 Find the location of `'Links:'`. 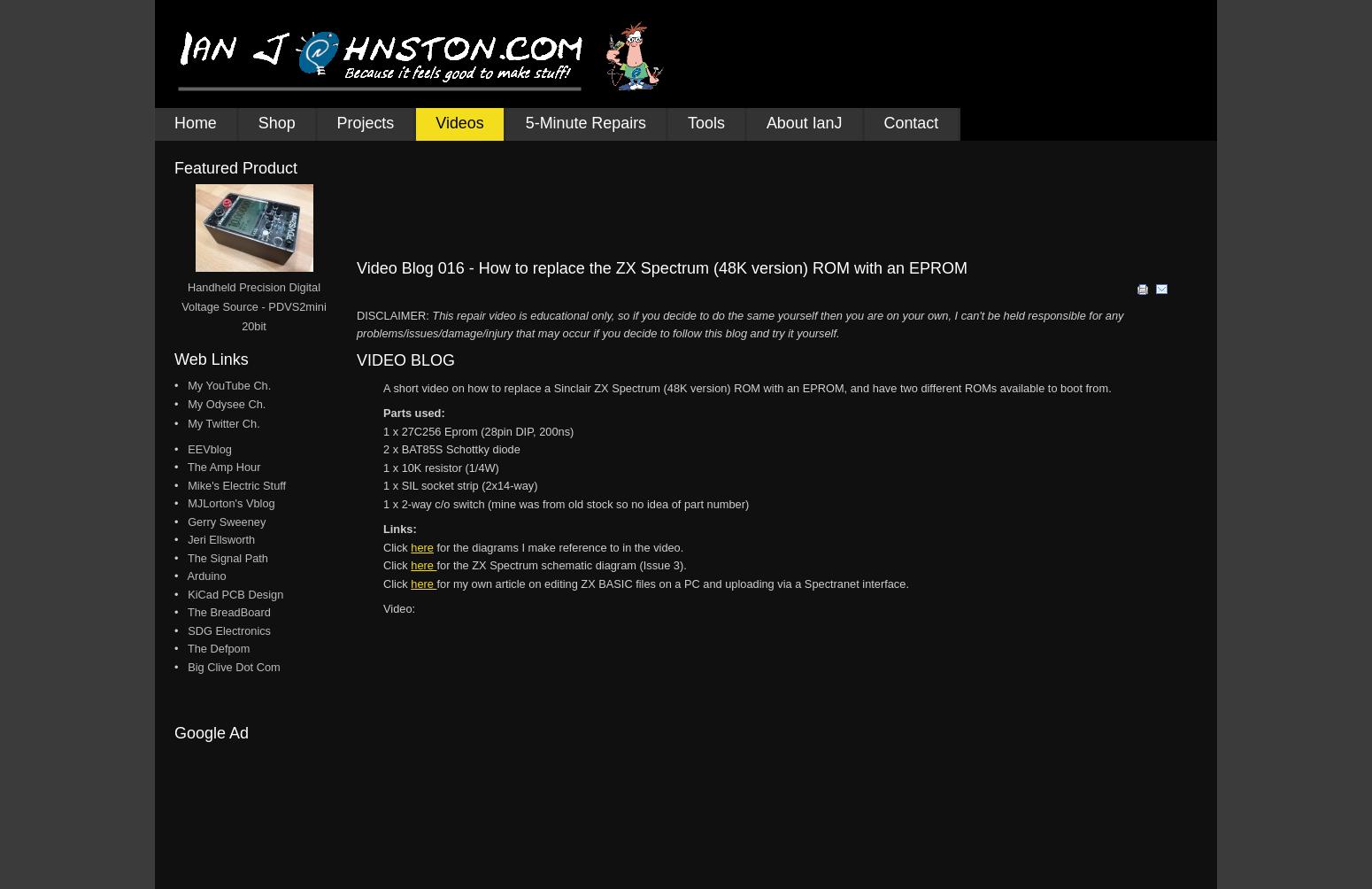

'Links:' is located at coordinates (399, 529).